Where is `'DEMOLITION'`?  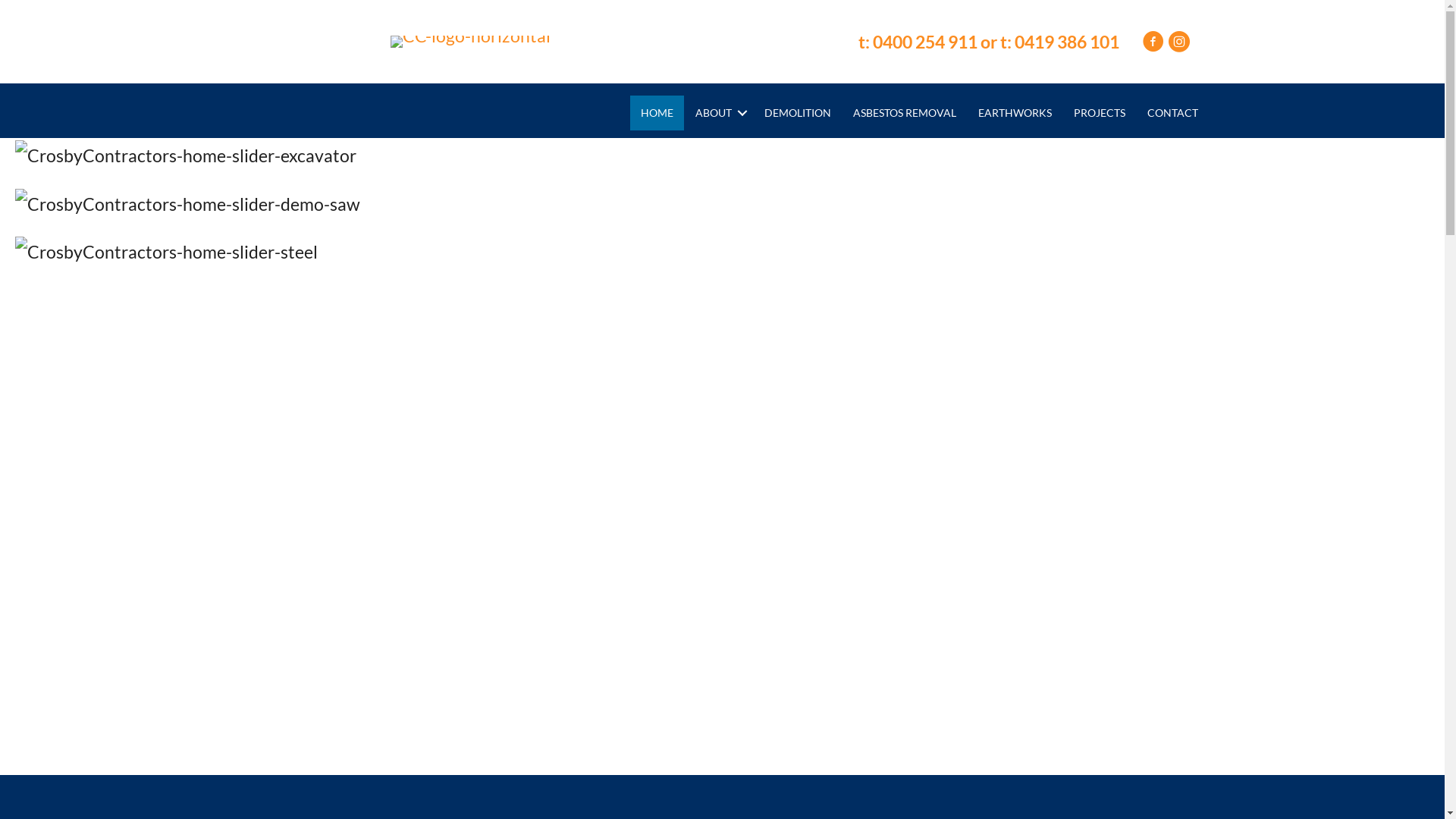 'DEMOLITION' is located at coordinates (796, 112).